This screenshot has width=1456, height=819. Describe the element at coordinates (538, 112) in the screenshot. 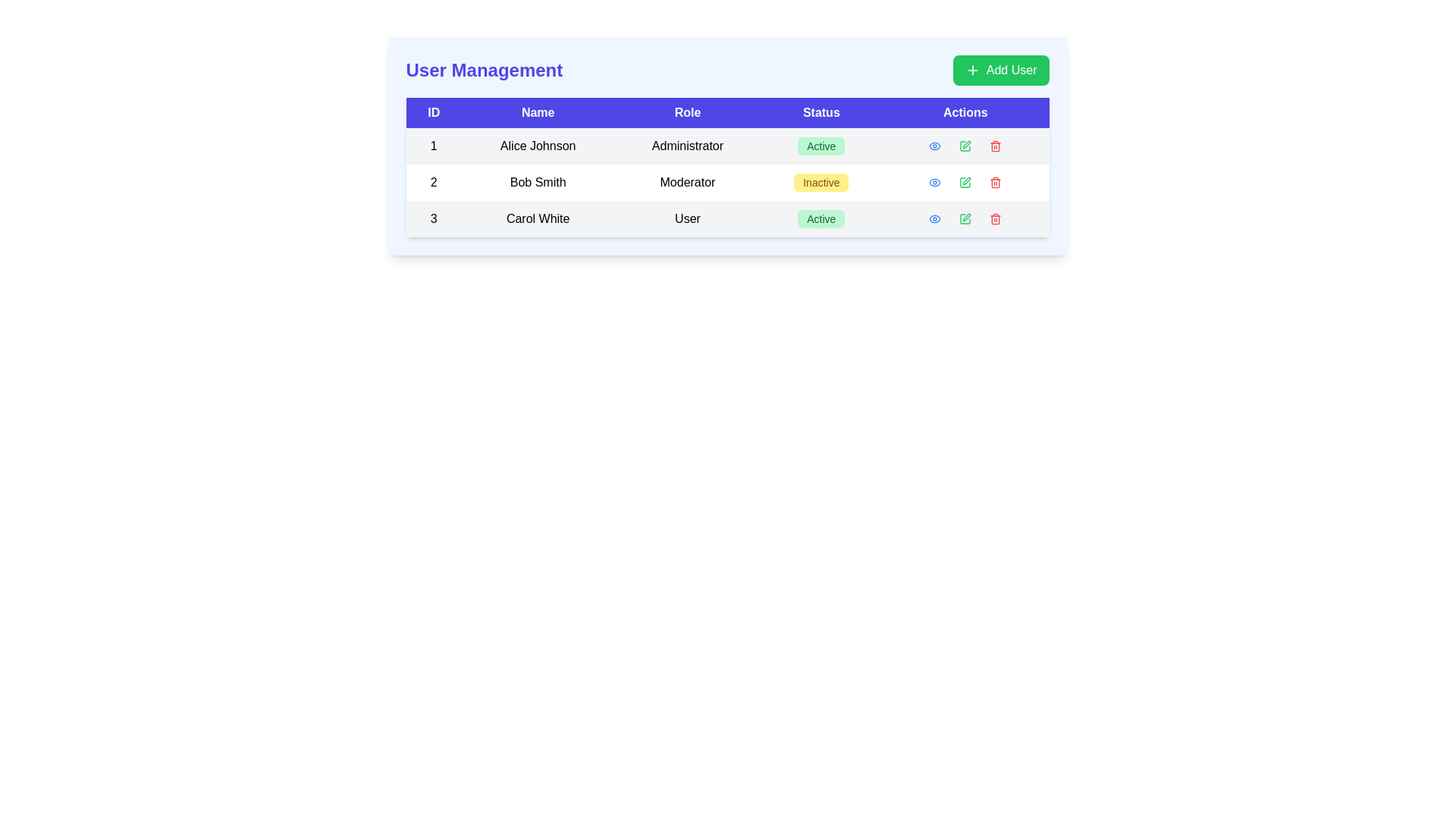

I see `the 'Name' column header in the table, which is positioned between the 'ID' and 'Role' headers` at that location.